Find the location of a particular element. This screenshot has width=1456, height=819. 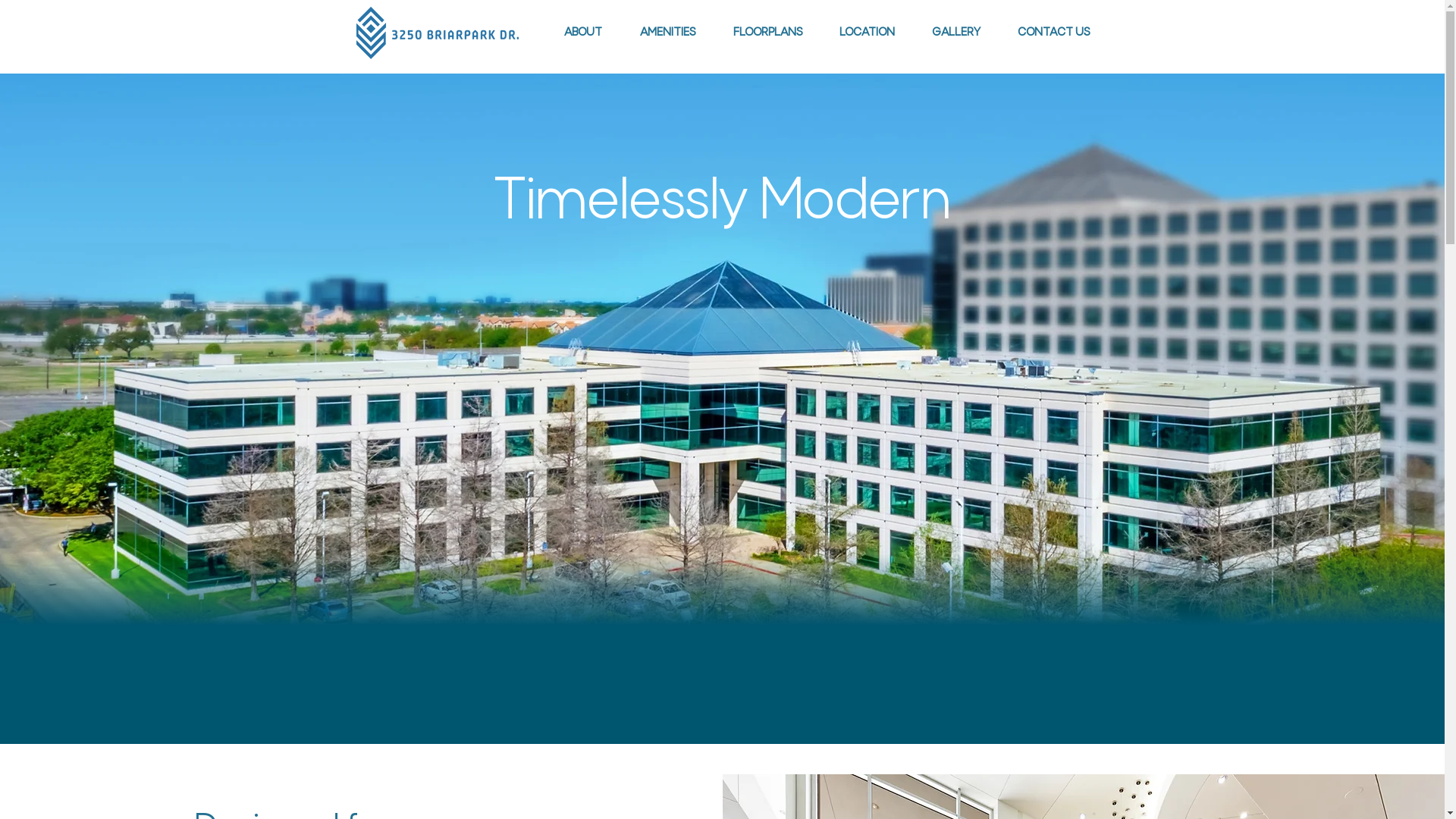

'AMENITIES' is located at coordinates (667, 32).